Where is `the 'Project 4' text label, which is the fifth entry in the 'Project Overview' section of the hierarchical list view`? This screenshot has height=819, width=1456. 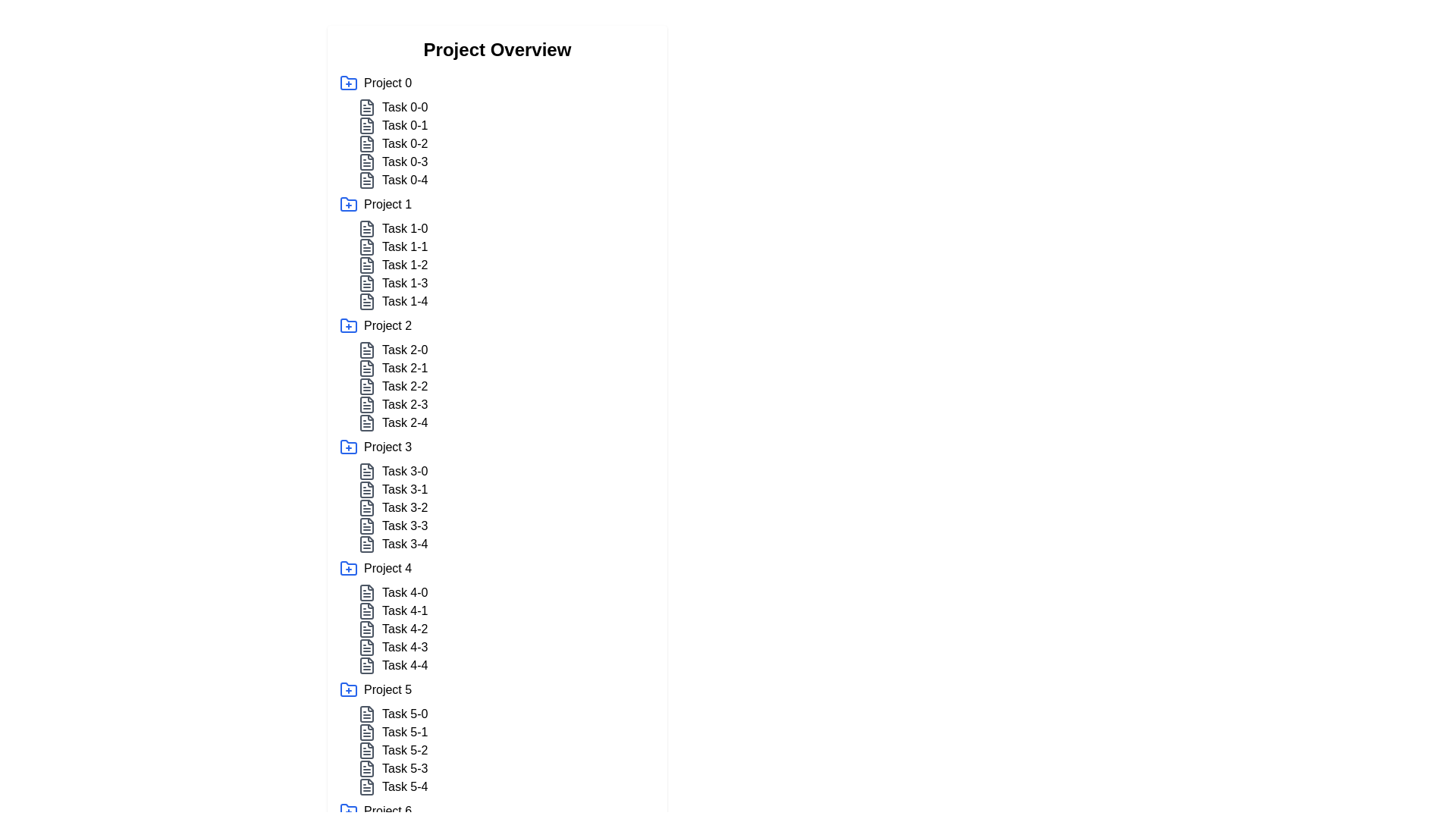
the 'Project 4' text label, which is the fifth entry in the 'Project Overview' section of the hierarchical list view is located at coordinates (388, 568).